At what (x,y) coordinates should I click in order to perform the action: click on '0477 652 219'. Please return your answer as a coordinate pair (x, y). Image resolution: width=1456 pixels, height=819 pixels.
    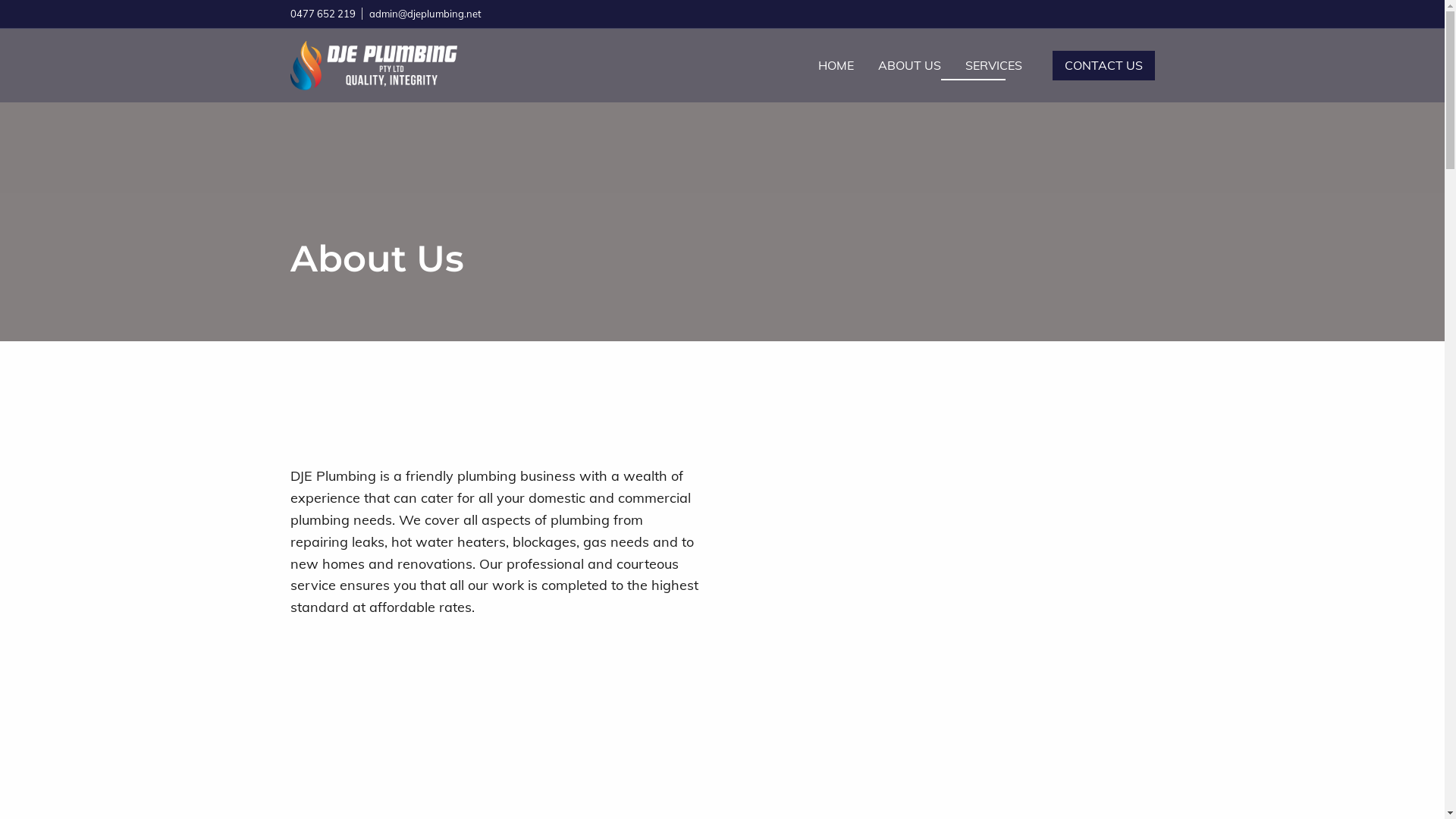
    Looking at the image, I should click on (322, 14).